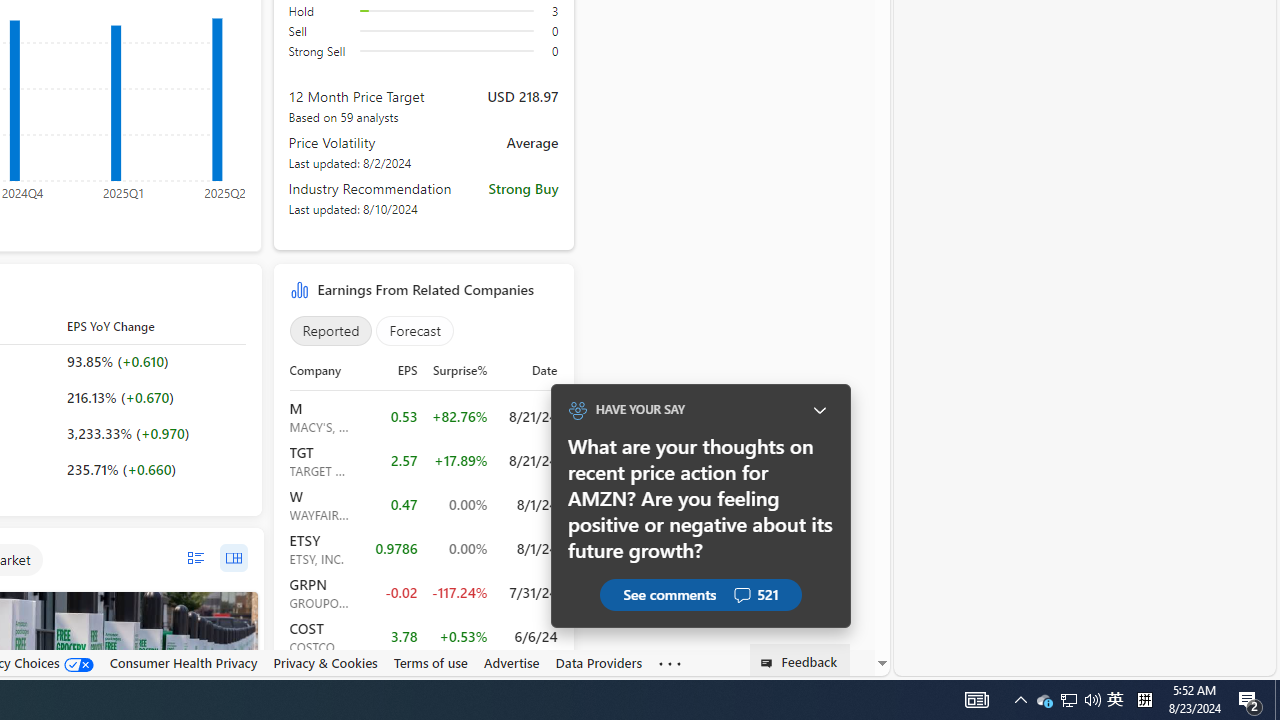 The width and height of the screenshot is (1280, 720). Describe the element at coordinates (429, 662) in the screenshot. I see `'Terms of use'` at that location.